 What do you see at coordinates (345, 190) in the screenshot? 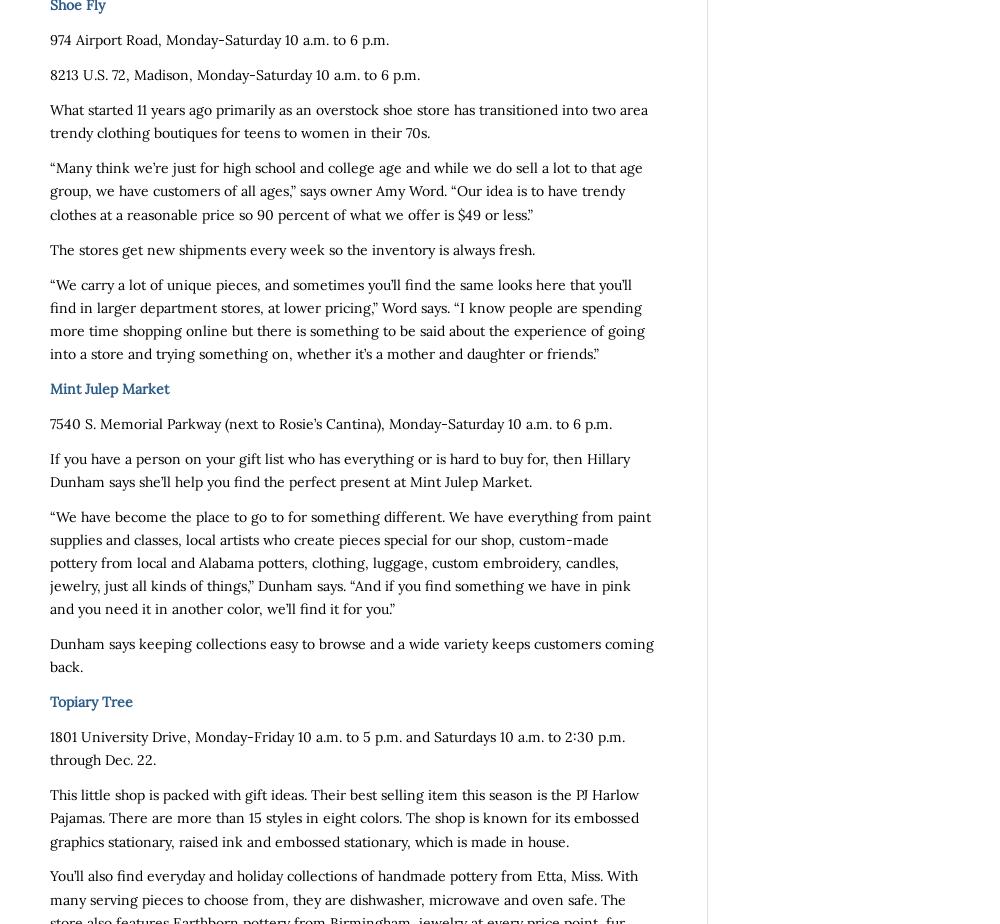
I see `'“Many think we’re just for high school and college age and while we do sell a lot to that age group, we have customers of all ages,” says owner Amy Word. “Our idea is to have trendy clothes at a reasonable price so 90 percent of what we offer is $49 or less.”'` at bounding box center [345, 190].